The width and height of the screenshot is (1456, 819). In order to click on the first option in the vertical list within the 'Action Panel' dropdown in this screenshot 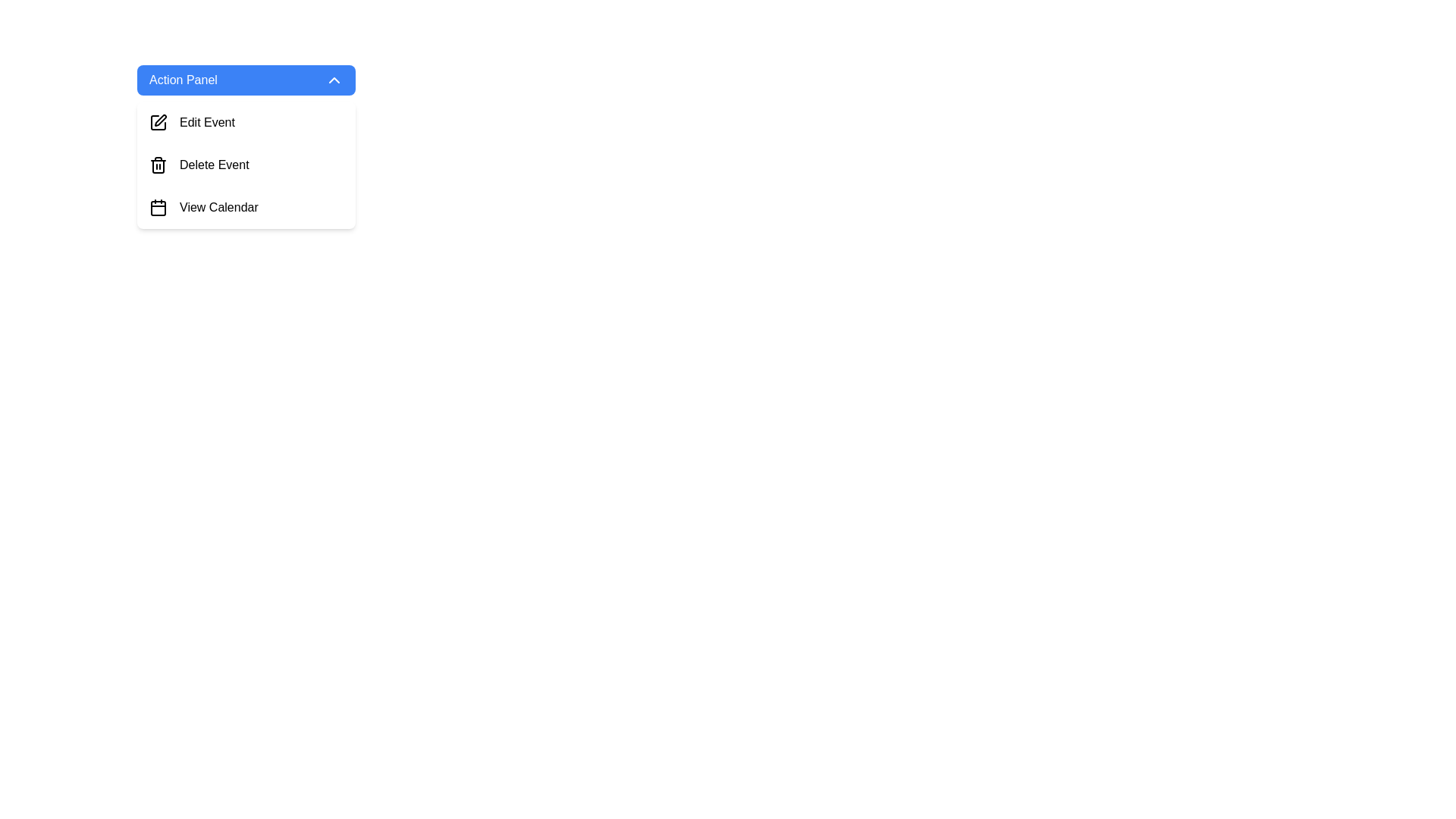, I will do `click(246, 122)`.